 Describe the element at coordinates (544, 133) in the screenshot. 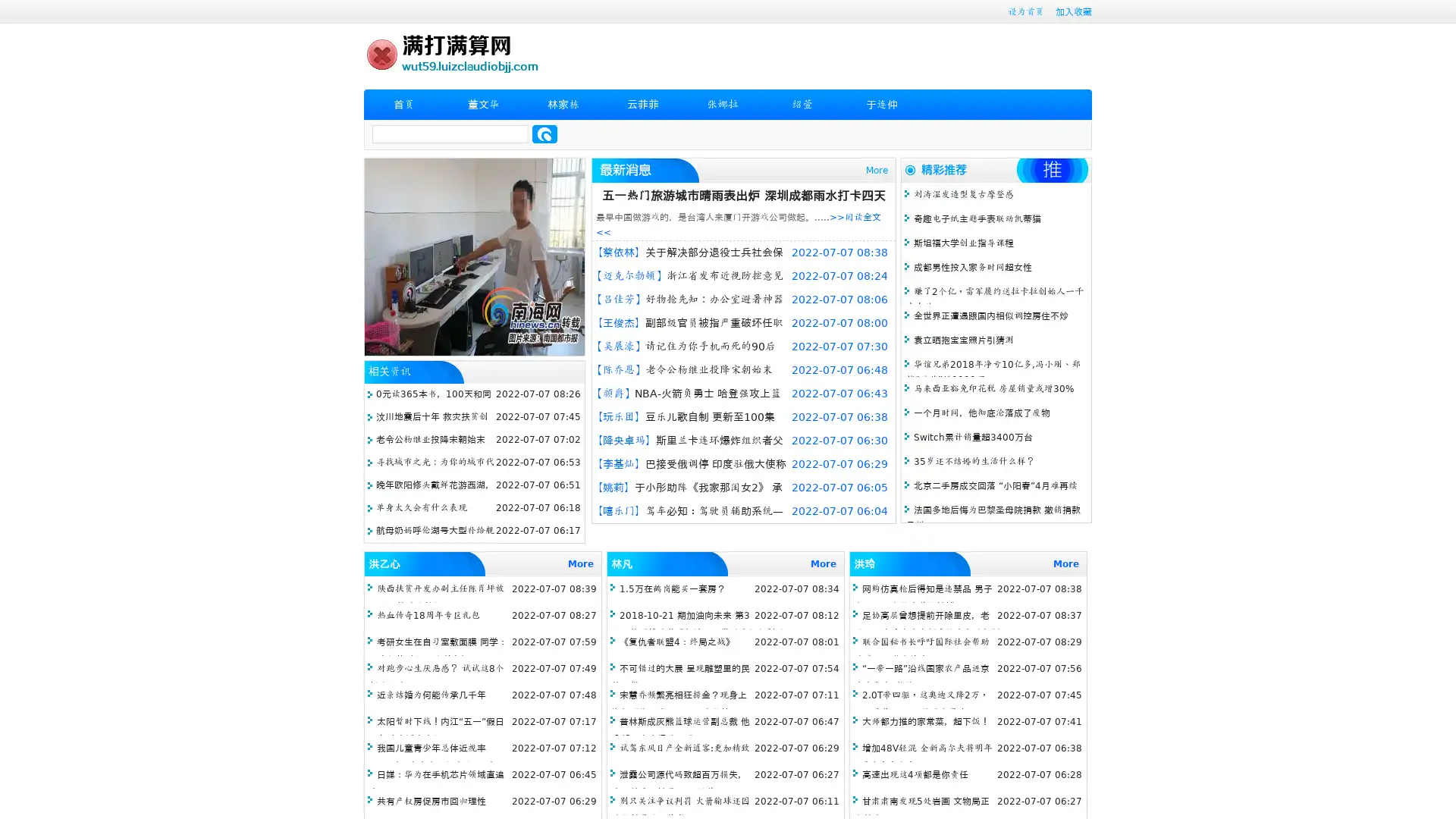

I see `Search` at that location.